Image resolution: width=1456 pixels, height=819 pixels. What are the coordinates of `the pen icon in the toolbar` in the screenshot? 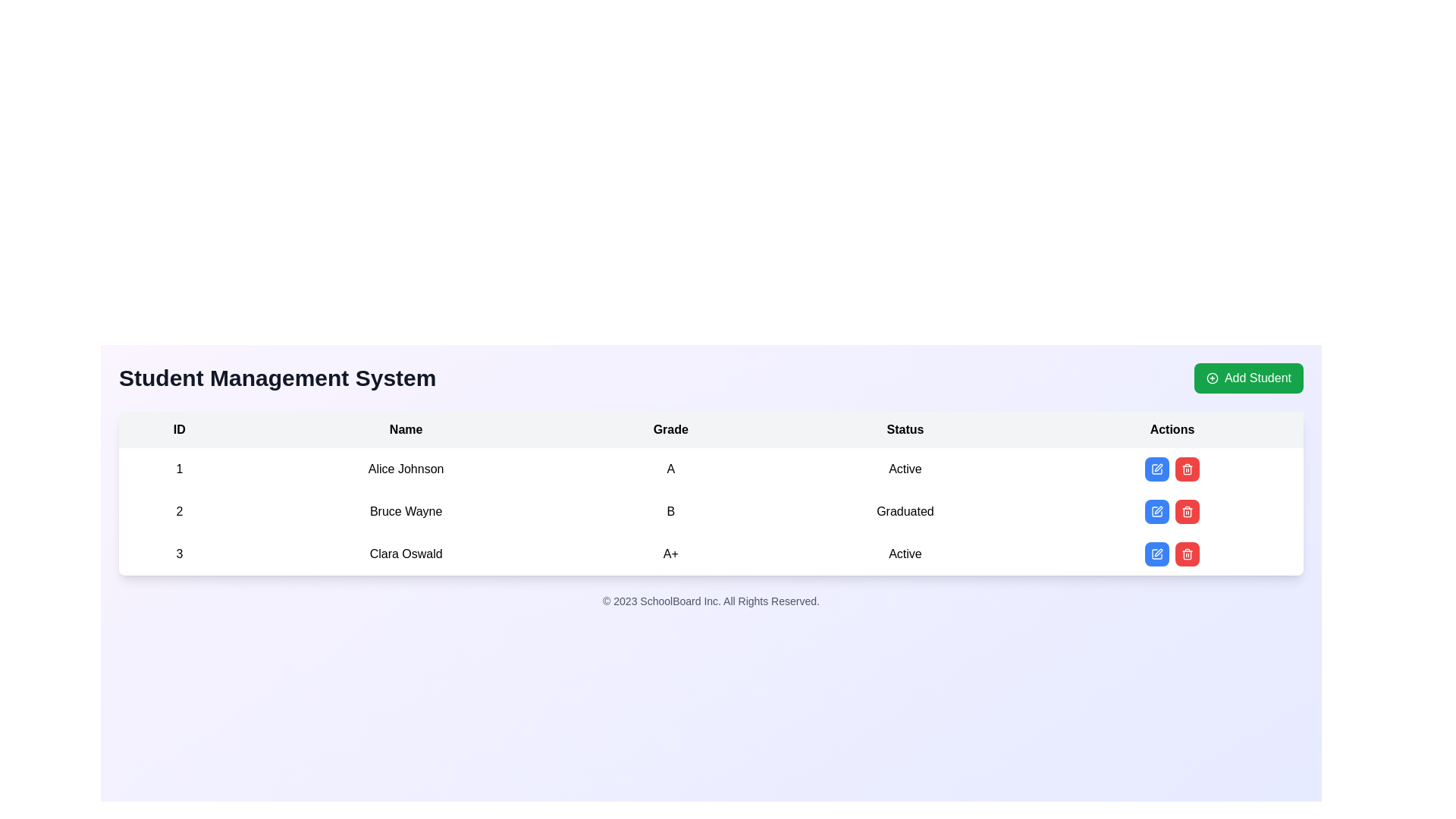 It's located at (1157, 510).